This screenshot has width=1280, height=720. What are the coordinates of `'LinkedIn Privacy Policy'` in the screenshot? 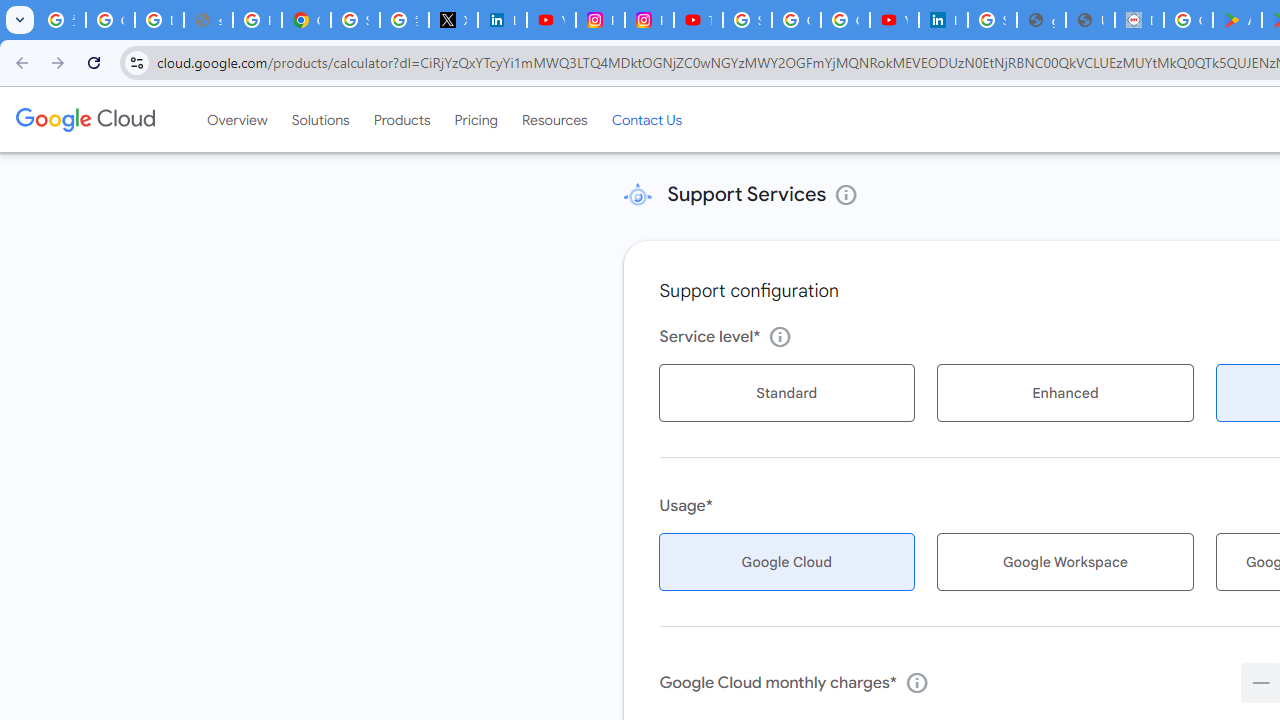 It's located at (502, 20).